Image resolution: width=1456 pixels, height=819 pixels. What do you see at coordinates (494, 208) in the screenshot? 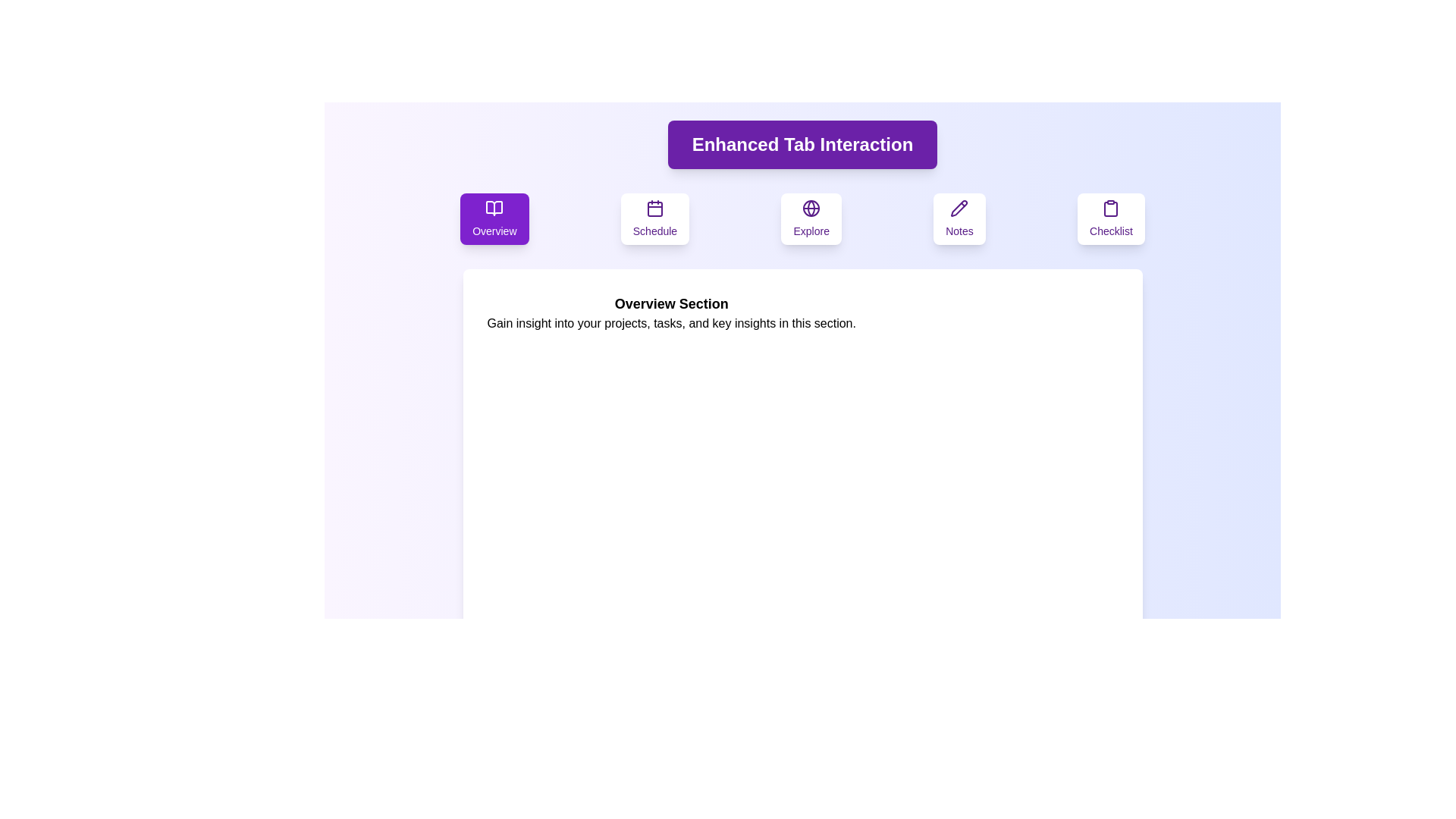
I see `the open book icon within the 'Overview' button located in the top-left navigation menu` at bounding box center [494, 208].